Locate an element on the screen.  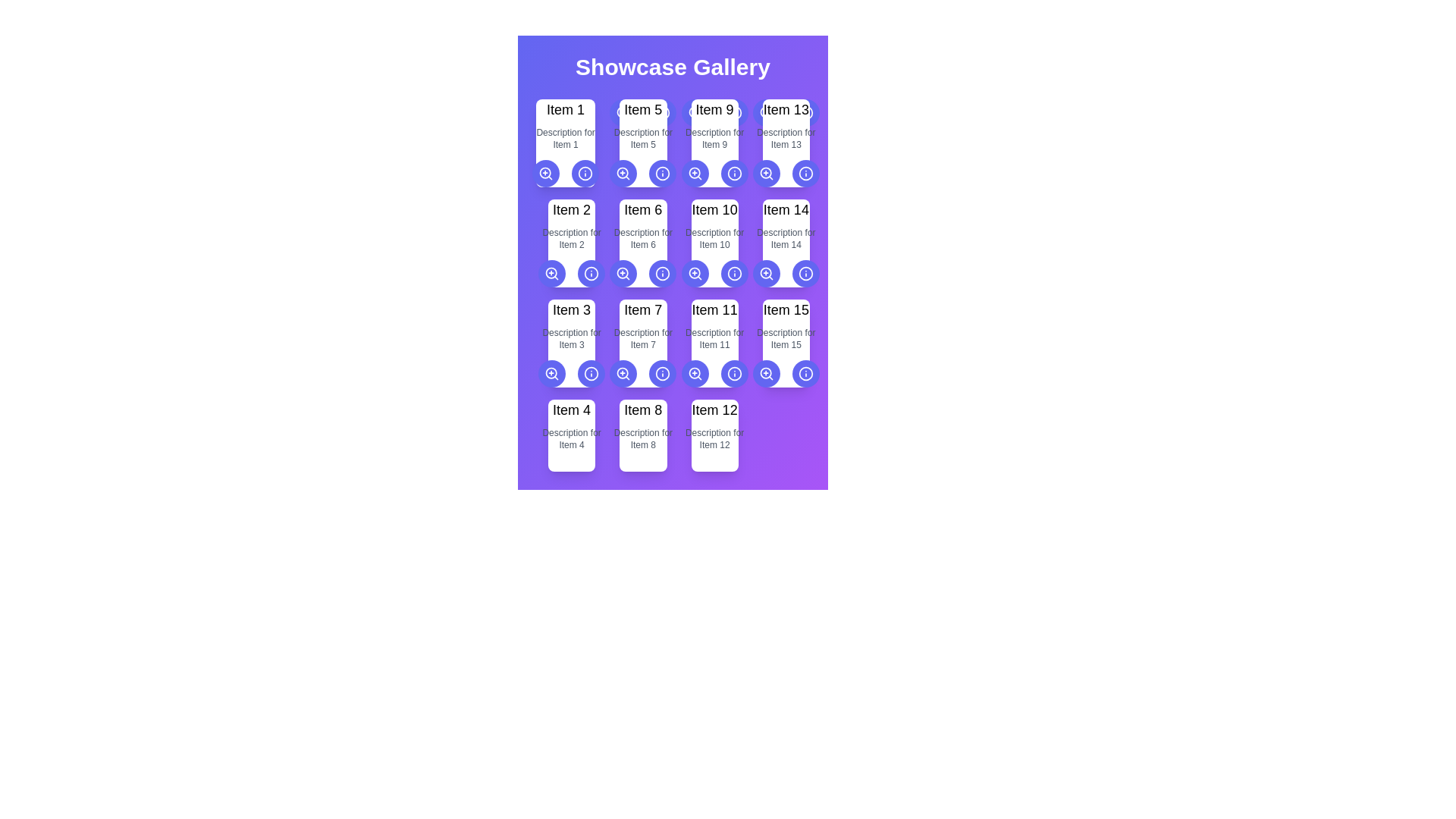
the static text label displaying 'Item 2' in bold, black font located at the upper-left corner of a grid structure, in the second cell of the first row is located at coordinates (571, 210).